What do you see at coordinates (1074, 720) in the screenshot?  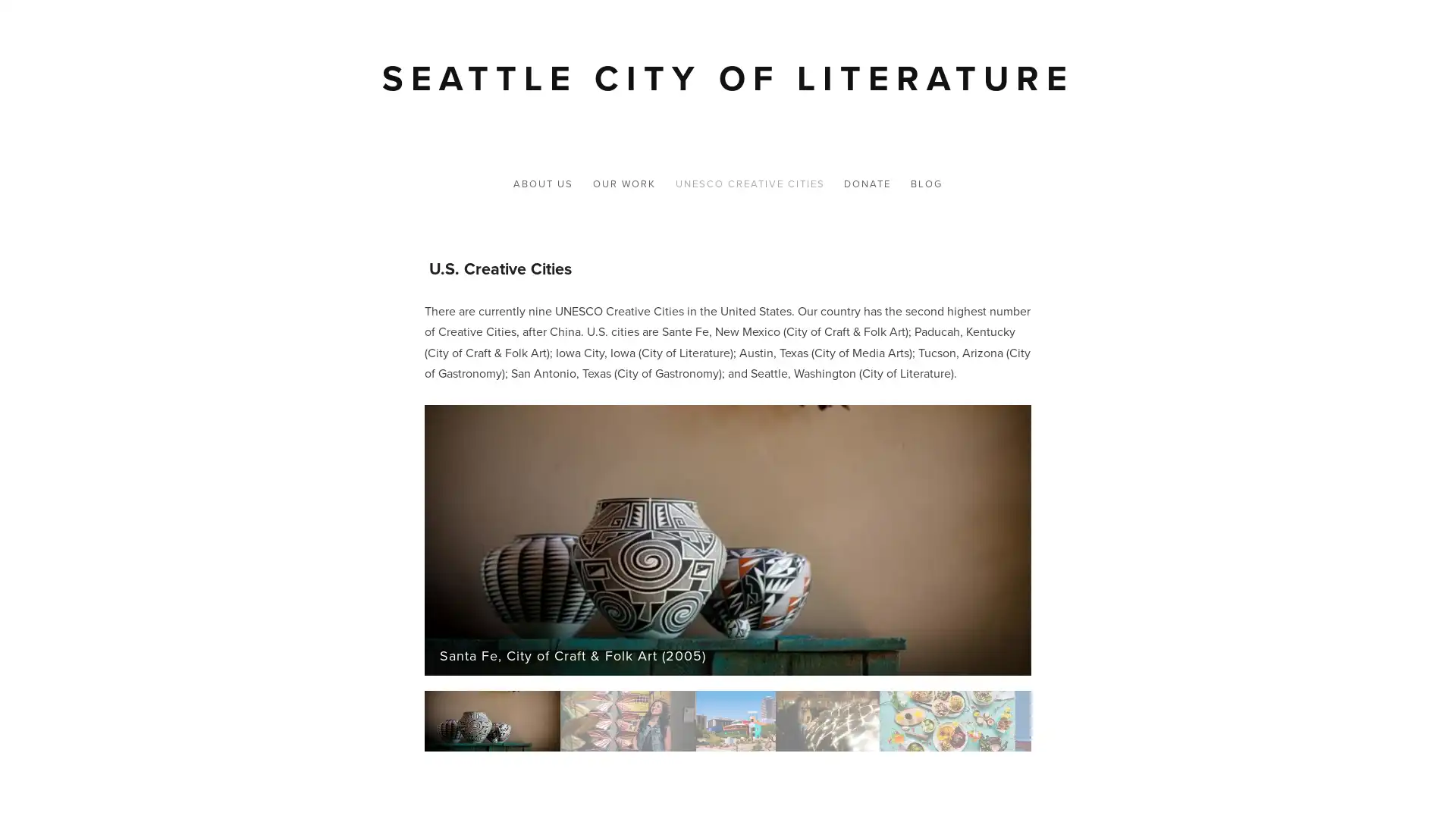 I see `Slide 6` at bounding box center [1074, 720].